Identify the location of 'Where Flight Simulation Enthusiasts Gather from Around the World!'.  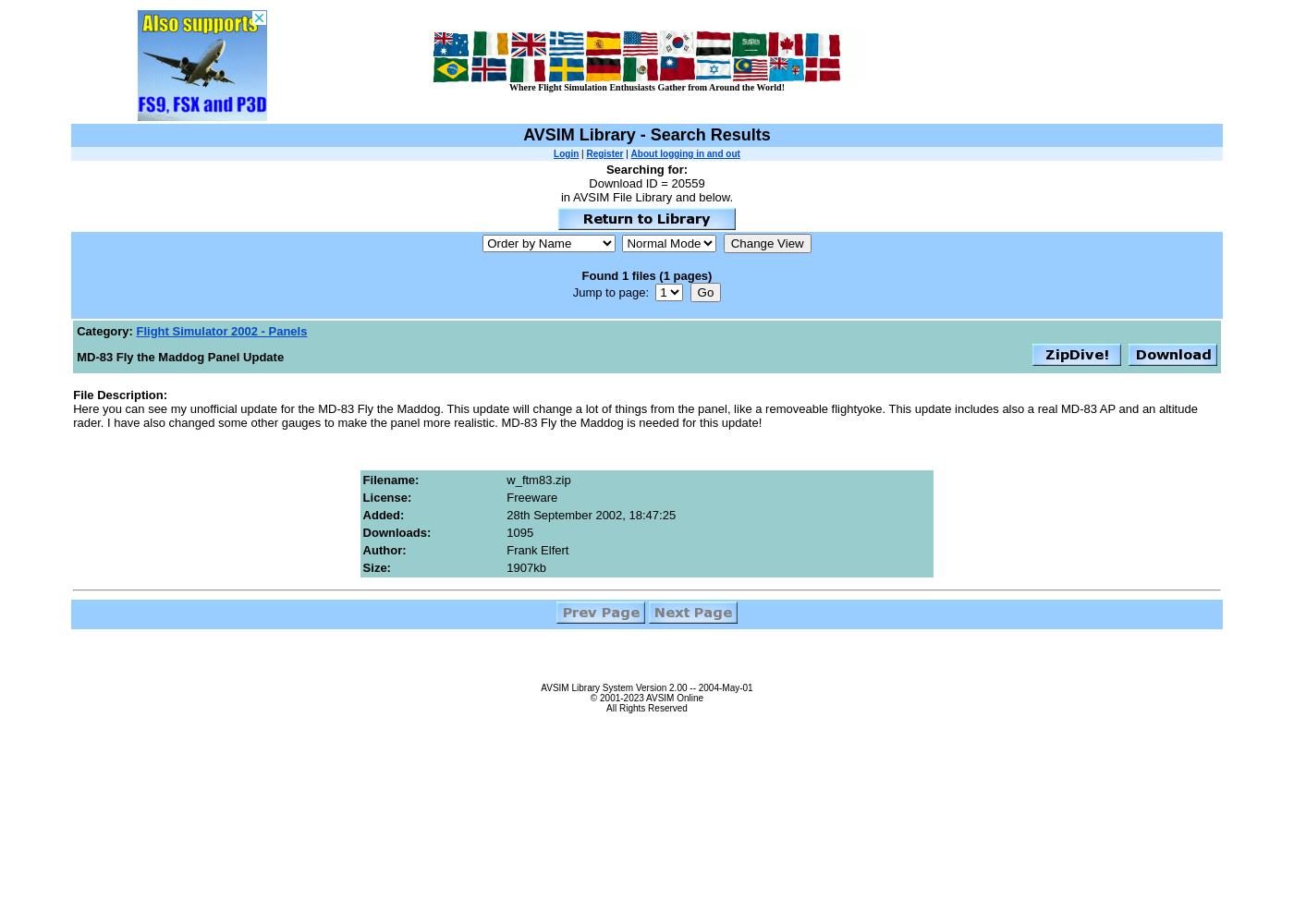
(646, 86).